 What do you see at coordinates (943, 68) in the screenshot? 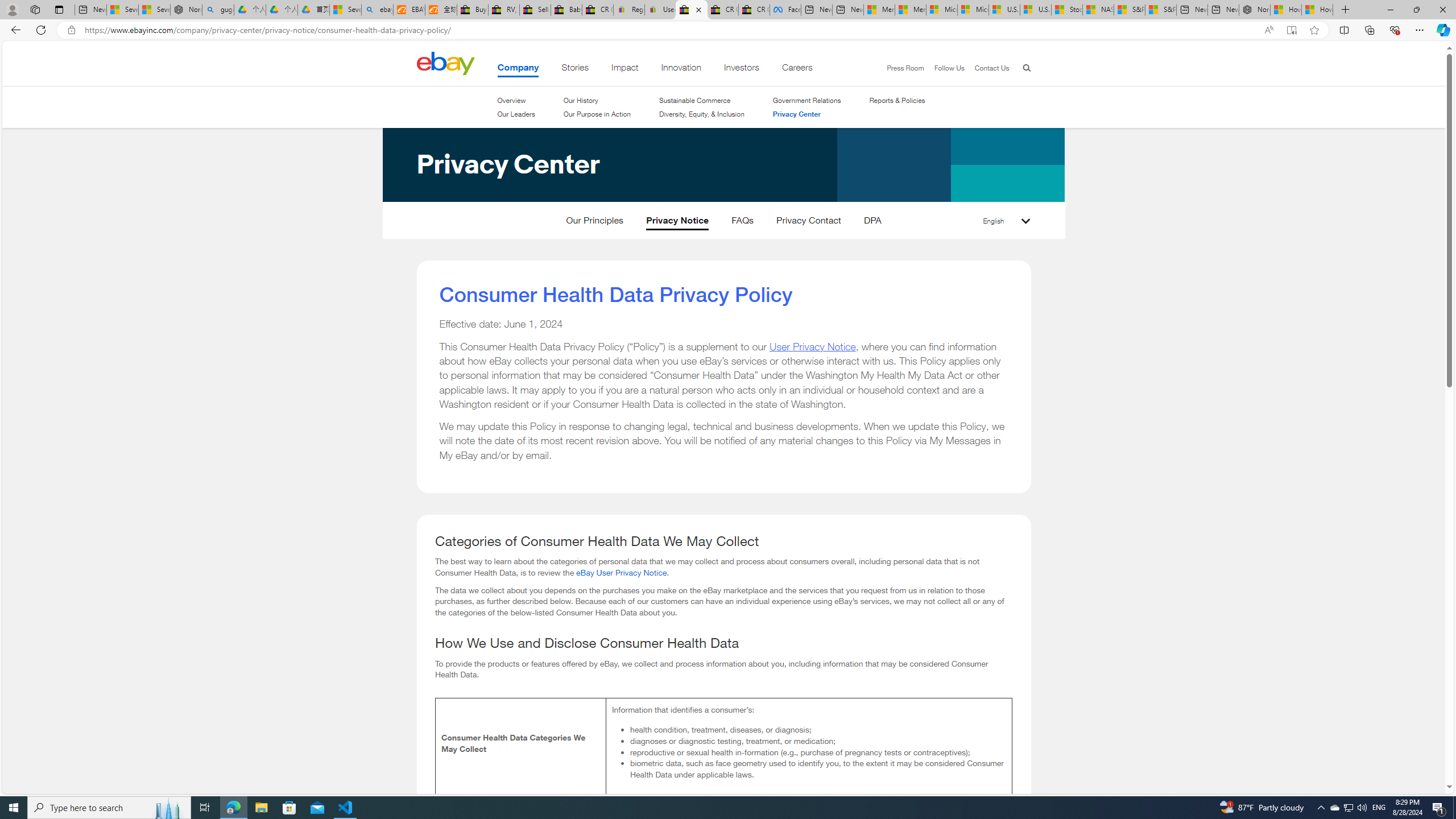
I see `'Follow Us'` at bounding box center [943, 68].